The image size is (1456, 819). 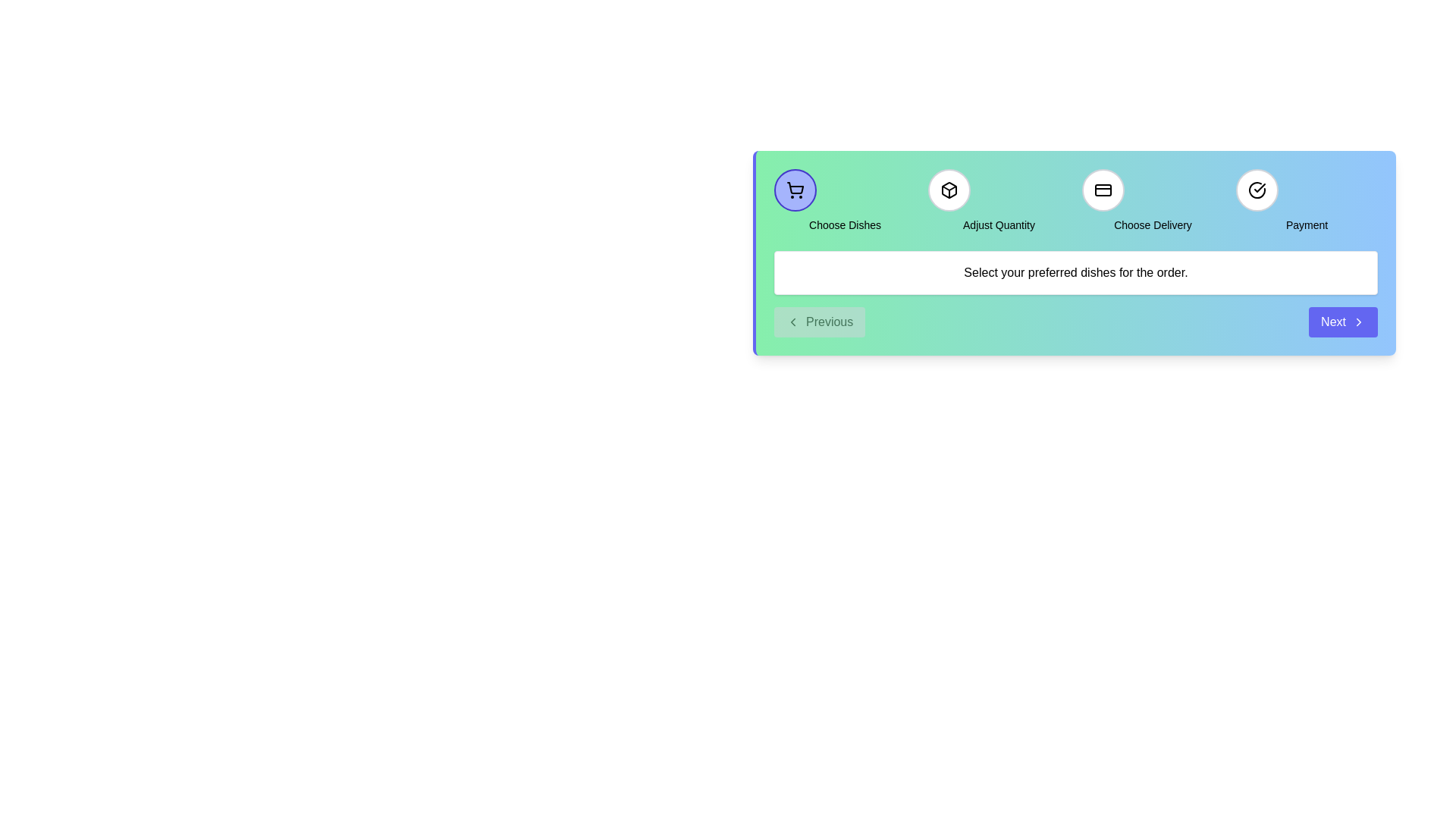 I want to click on the first label or button option that represents the section for choosing dishes, located below the shopping cart icon at the top of the interface, so click(x=844, y=225).